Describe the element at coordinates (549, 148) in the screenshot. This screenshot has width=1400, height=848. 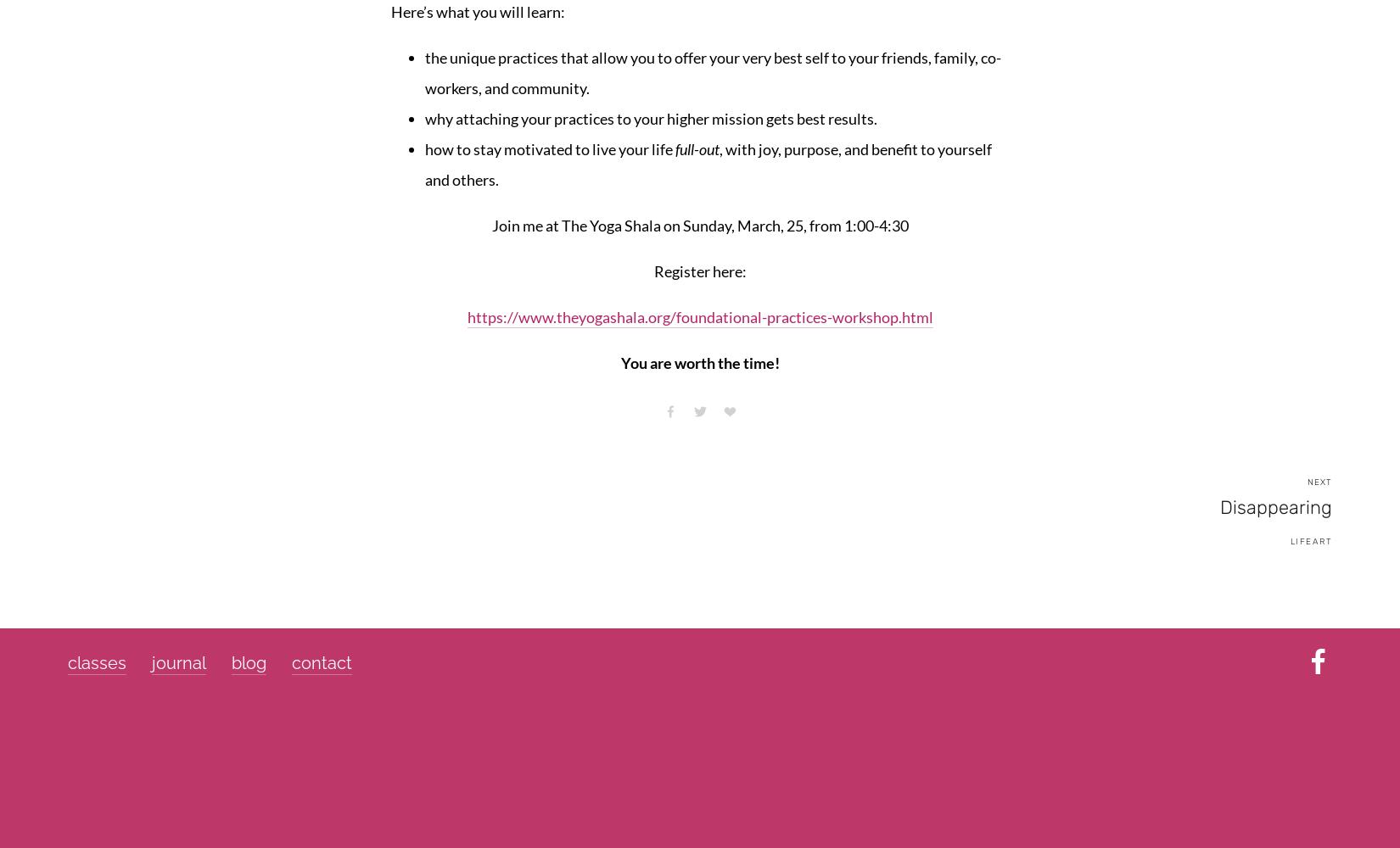
I see `'how to stay motivated to live your life'` at that location.